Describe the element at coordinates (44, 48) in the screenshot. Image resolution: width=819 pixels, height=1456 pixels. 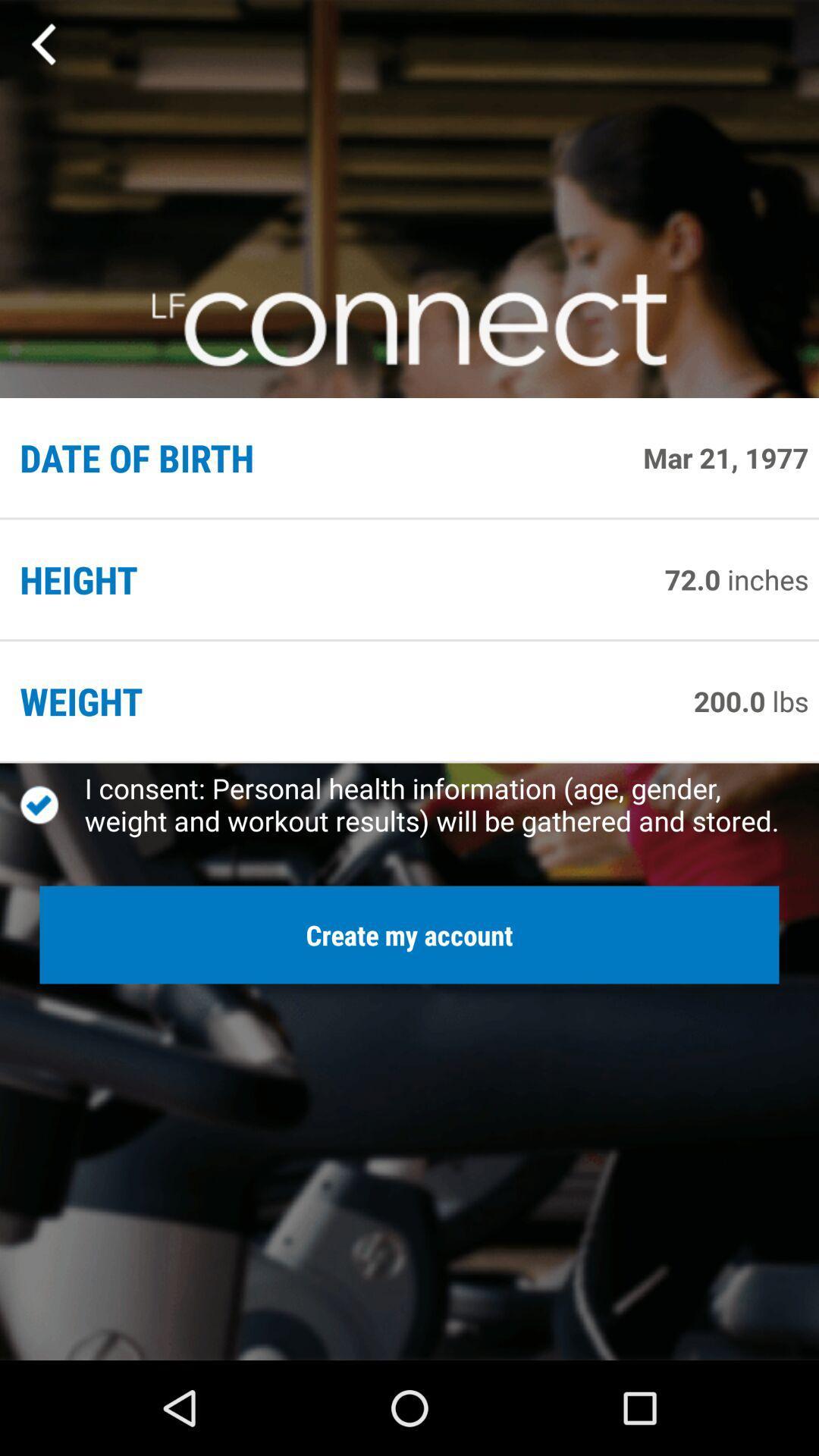
I see `the arrow_backward icon` at that location.